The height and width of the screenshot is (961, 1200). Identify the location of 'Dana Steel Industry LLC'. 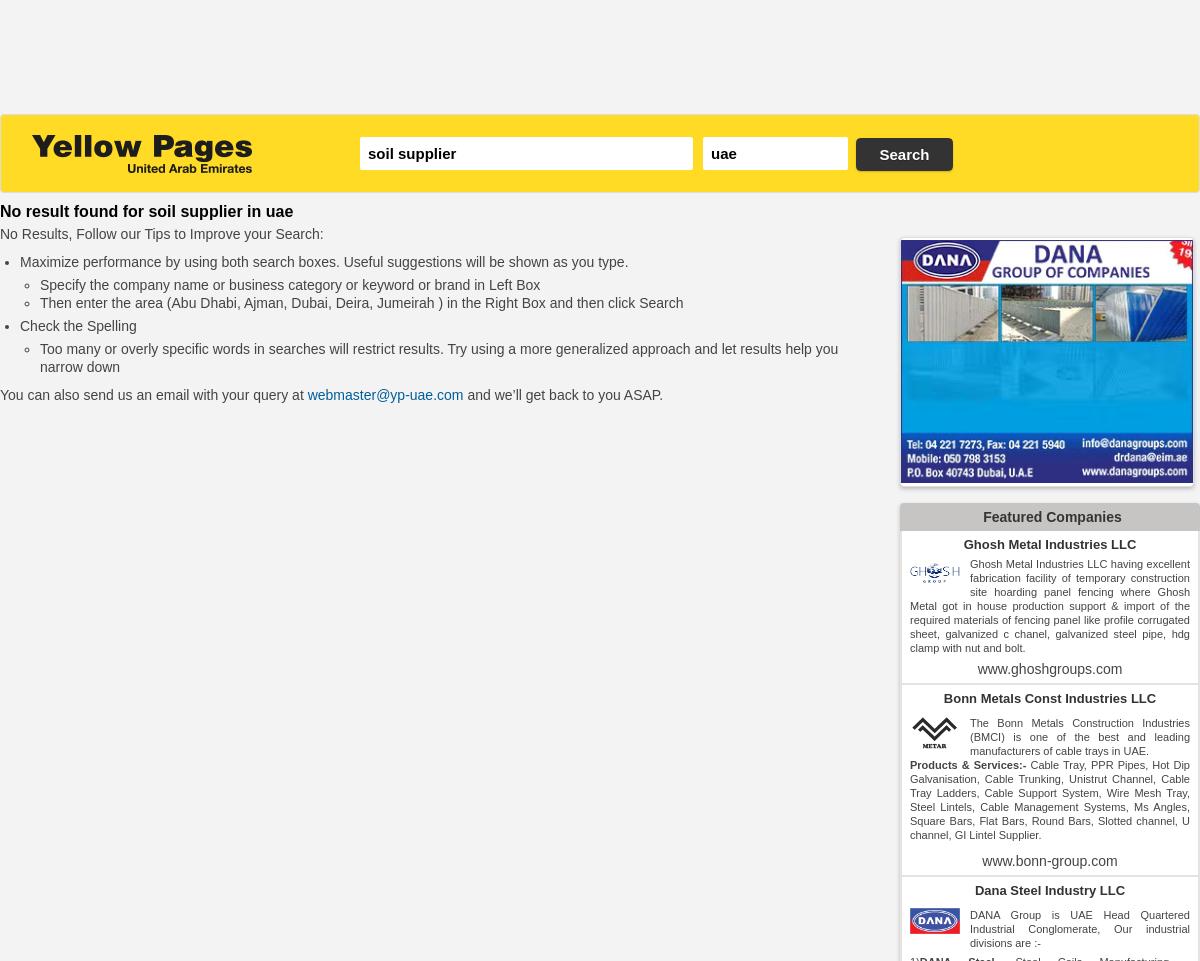
(1049, 889).